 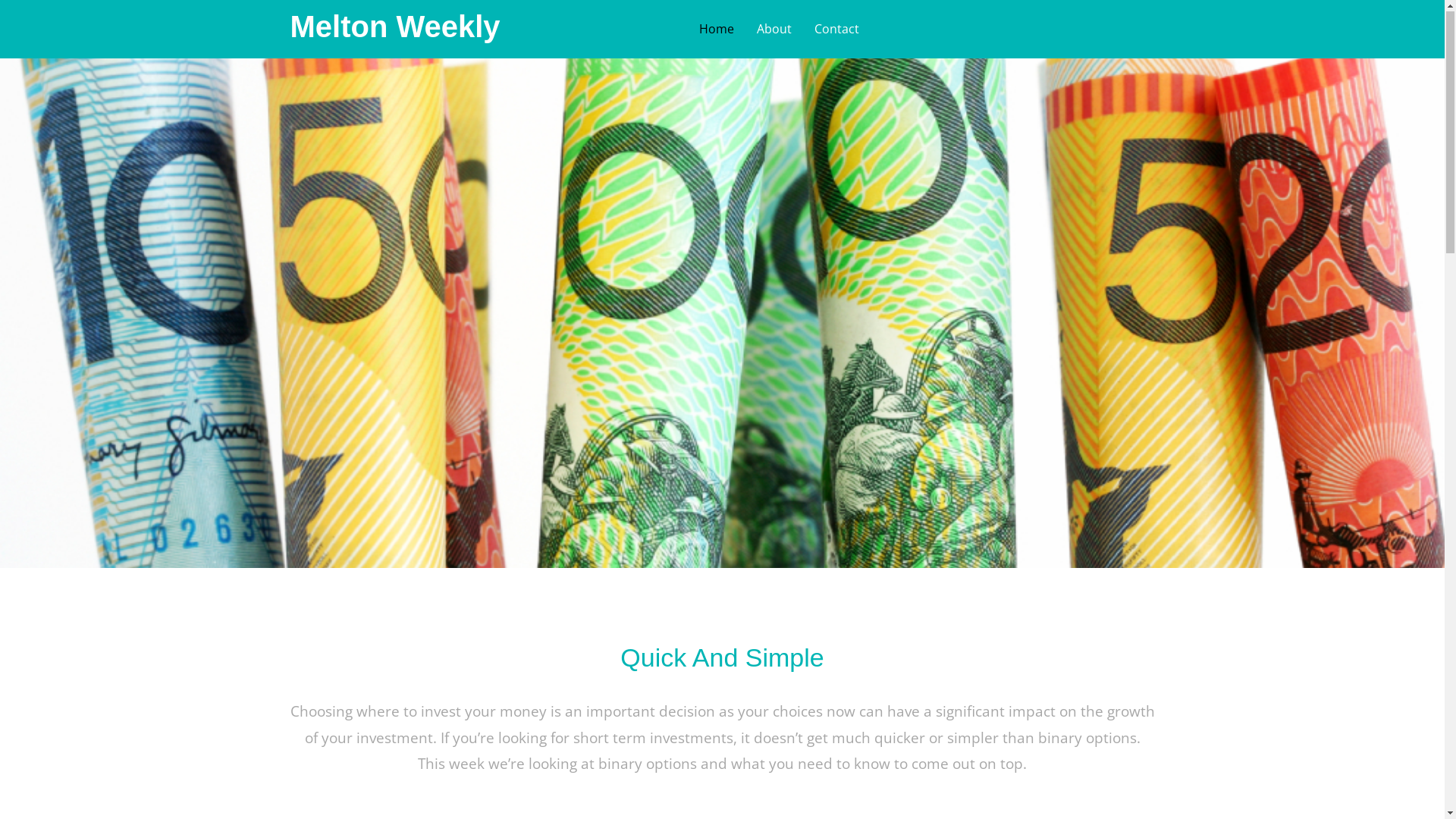 I want to click on 'About', so click(x=774, y=29).